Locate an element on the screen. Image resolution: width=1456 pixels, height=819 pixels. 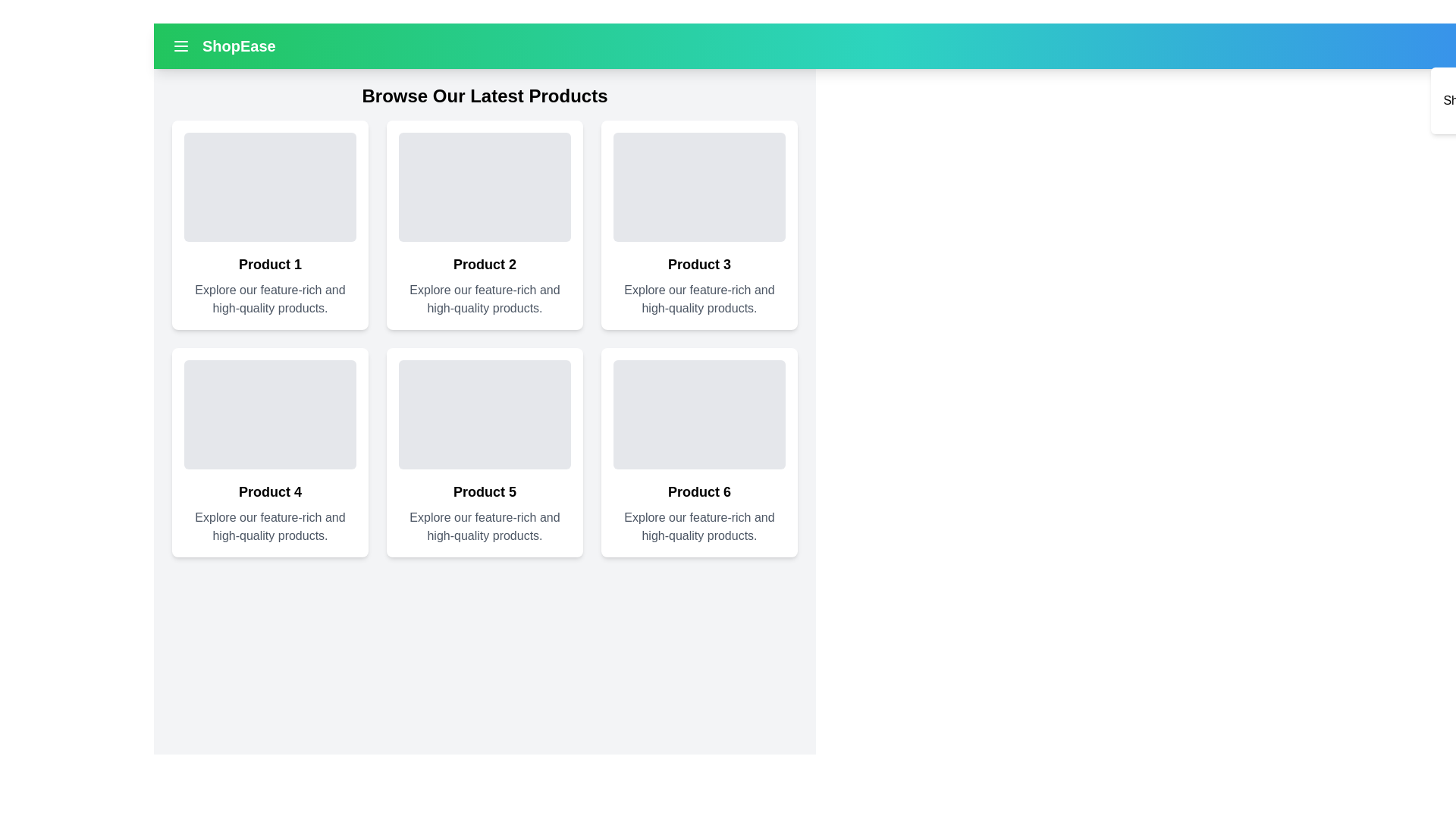
text content of the bold text element displaying 'Browse Our Latest Products' located at the top of the content area is located at coordinates (484, 96).